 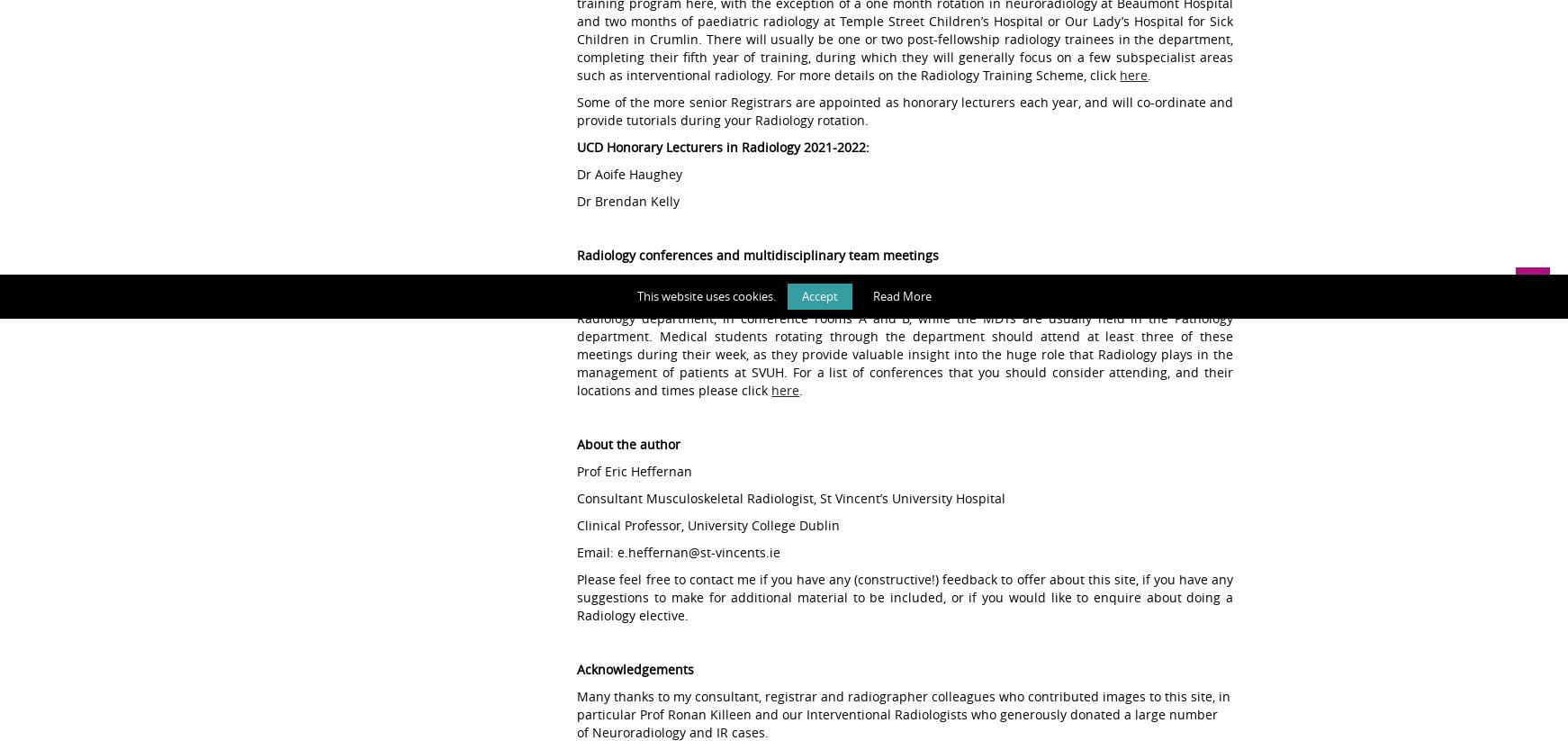 I want to click on 'Radiology conferences and multidisciplinary team meetings', so click(x=758, y=255).